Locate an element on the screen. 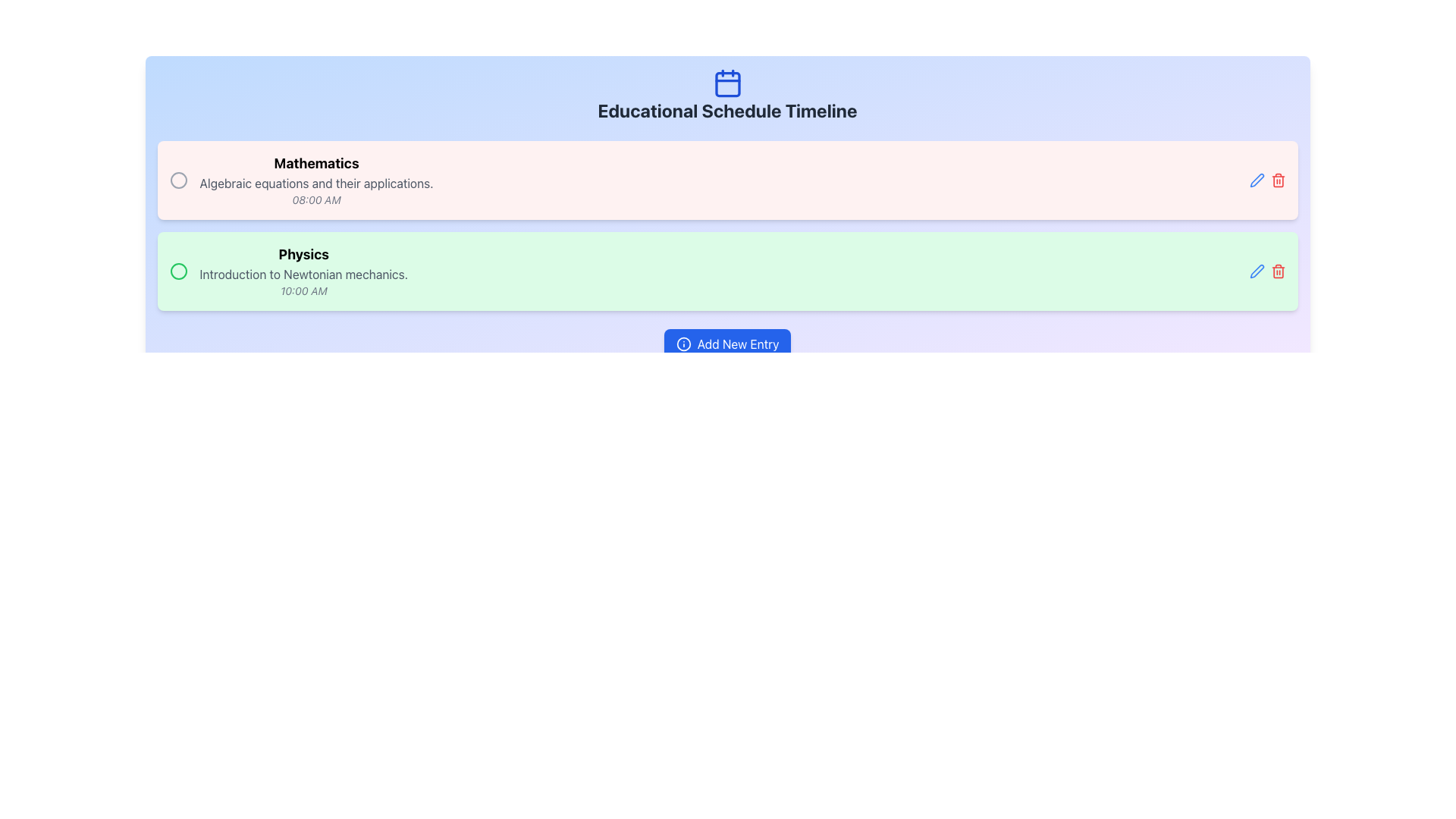  the visual status conveyed by the green circular indicator located beside the 'Introduction to Newtonian mechanics' text in the 'Physics' entry is located at coordinates (178, 271).